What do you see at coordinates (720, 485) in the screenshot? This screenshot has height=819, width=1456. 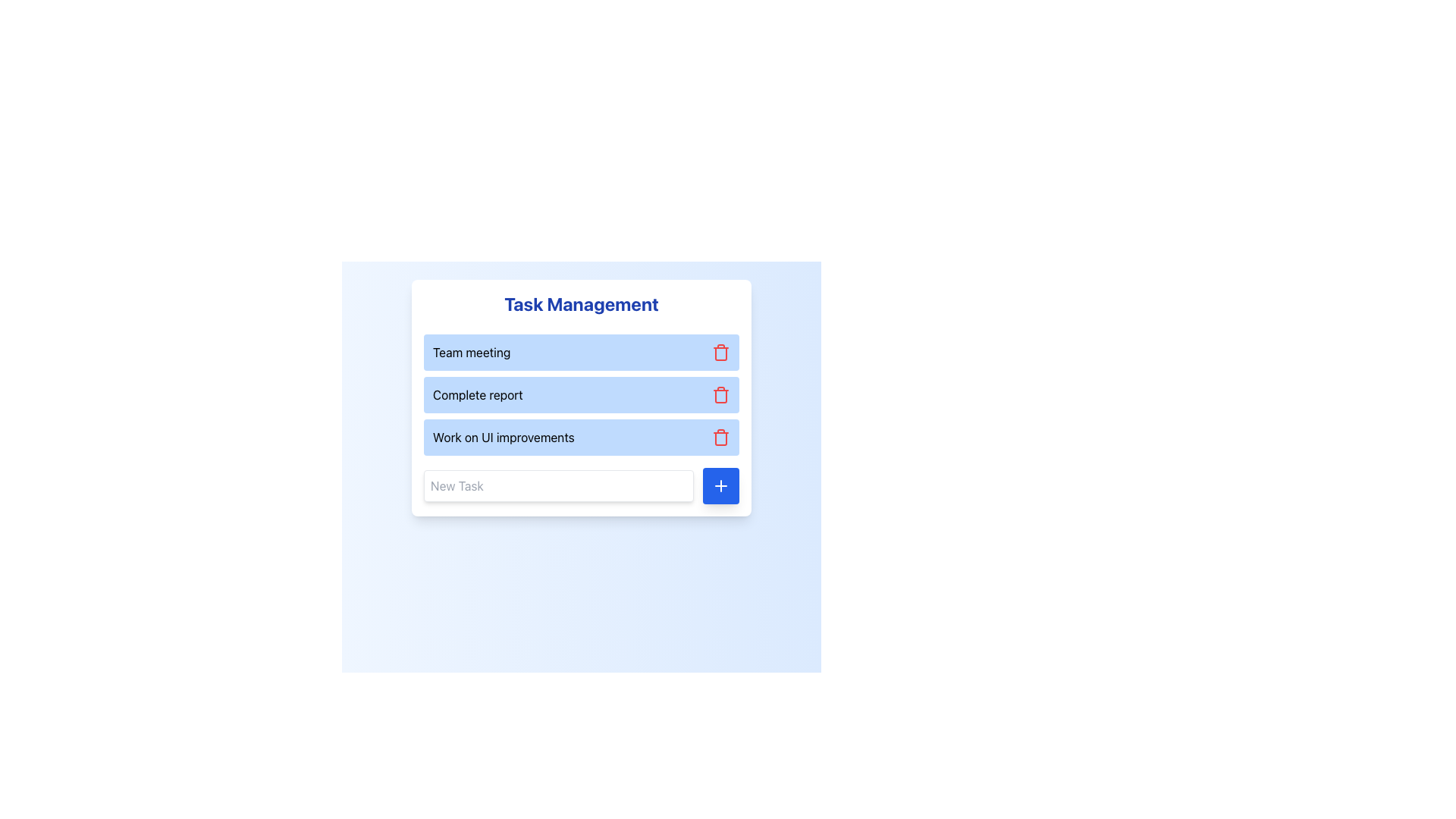 I see `the add/create button located at the bottom-right corner of the task input field` at bounding box center [720, 485].